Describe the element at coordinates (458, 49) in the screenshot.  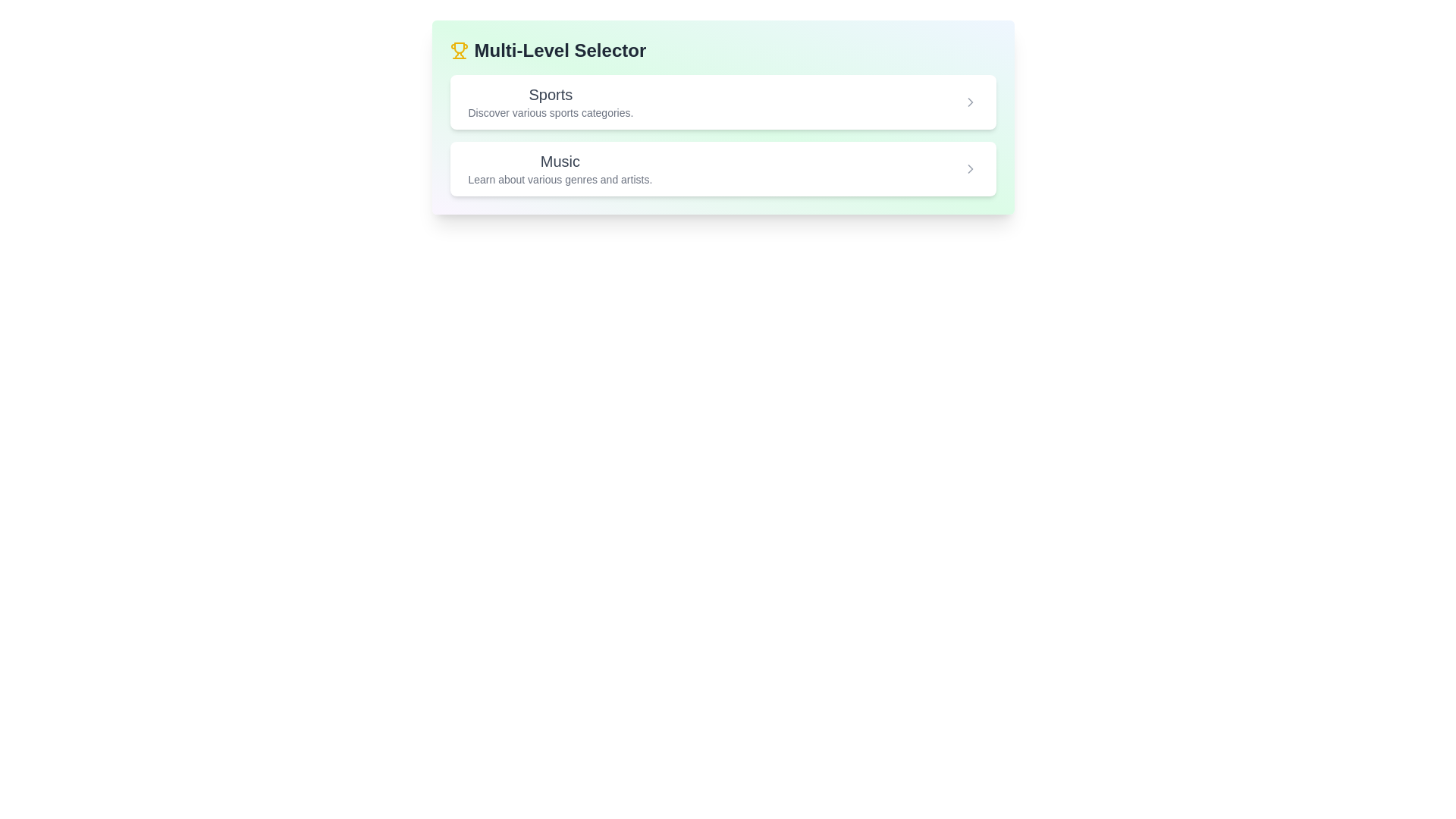
I see `the yellow trophy icon located to the immediate left of the title text 'Multi-Level Selector' at the top-left corner of the interface` at that location.